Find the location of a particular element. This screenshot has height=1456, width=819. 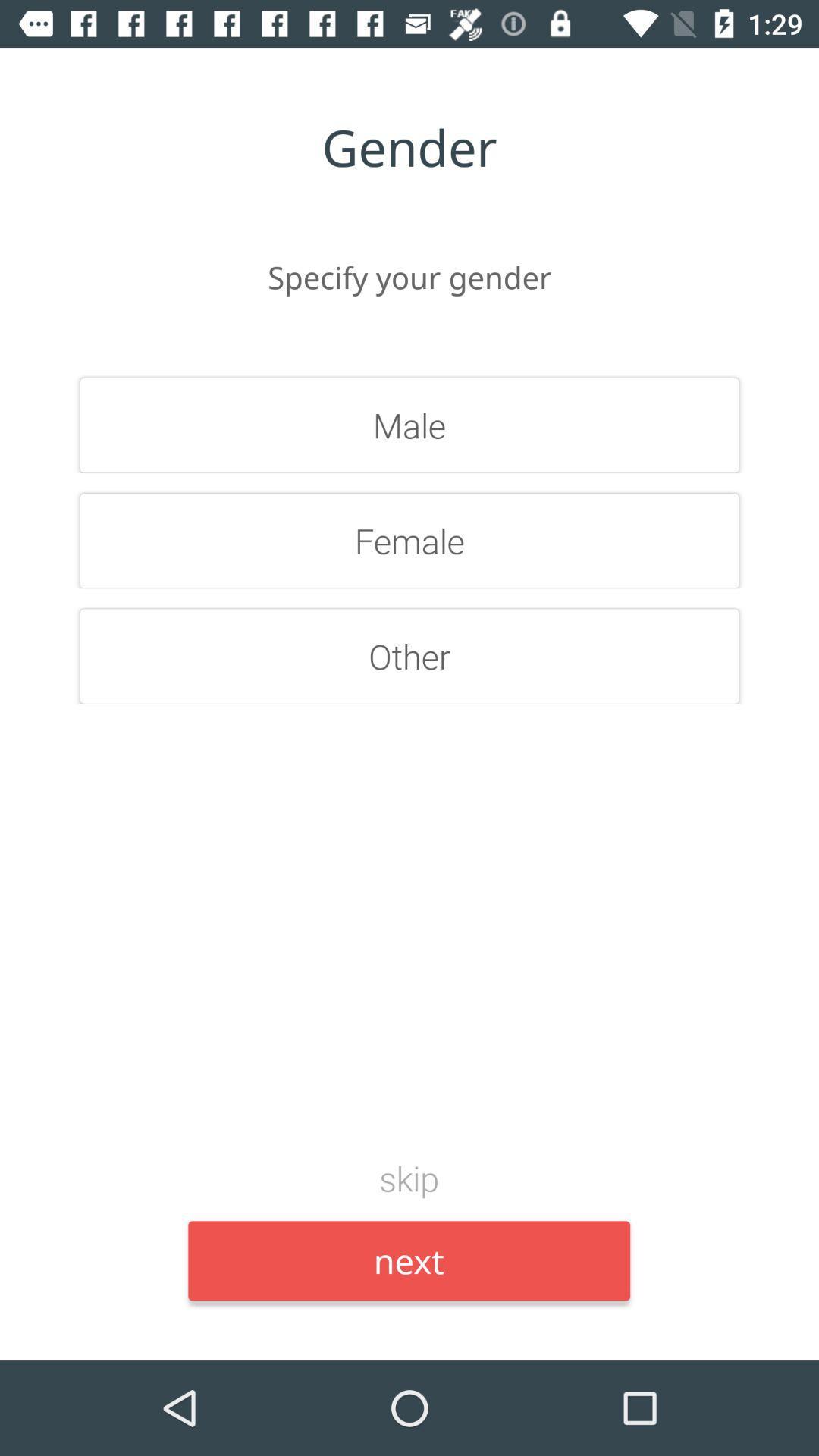

the skip icon is located at coordinates (408, 1177).